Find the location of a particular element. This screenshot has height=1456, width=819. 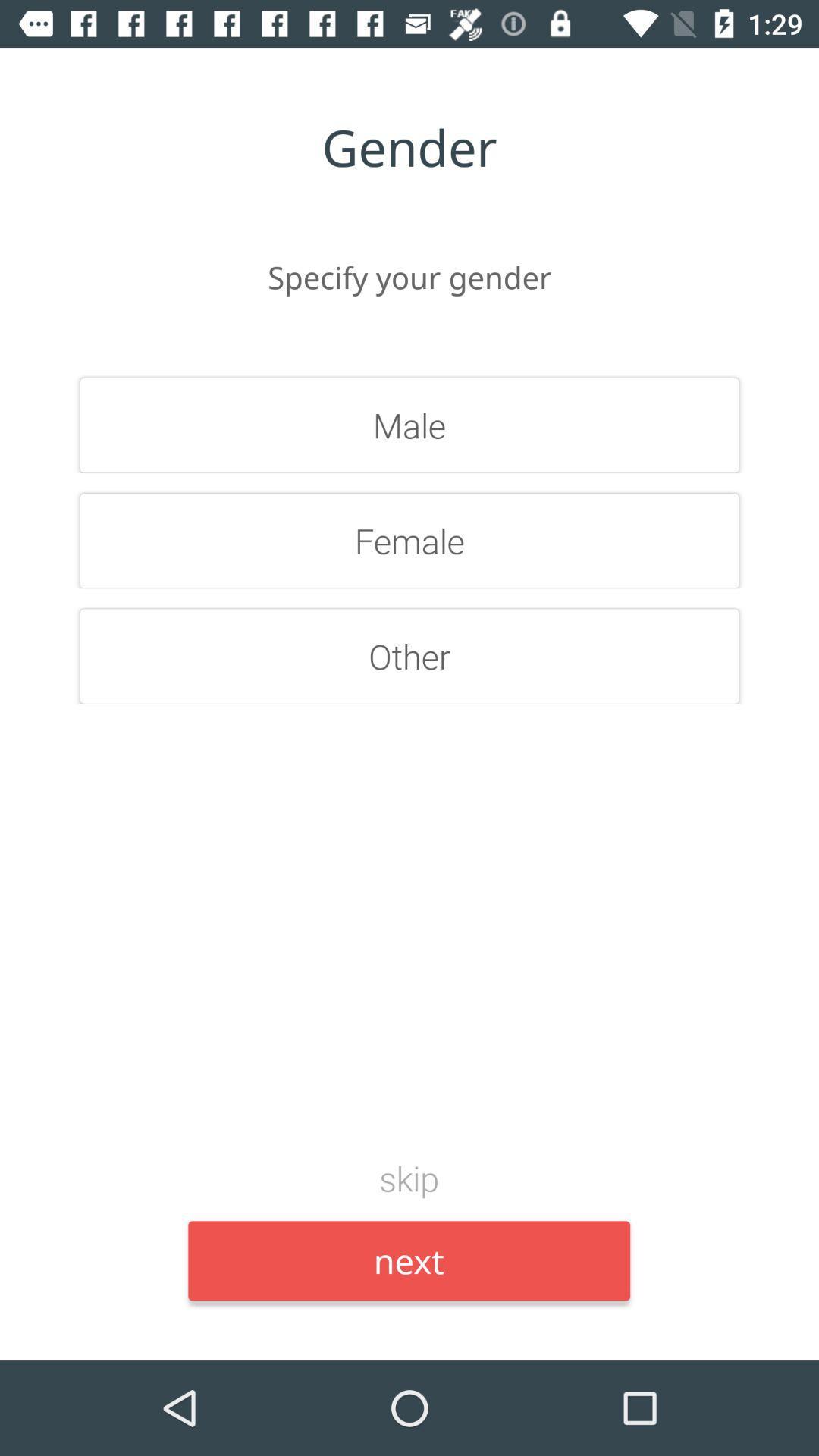

the skip icon is located at coordinates (408, 1177).